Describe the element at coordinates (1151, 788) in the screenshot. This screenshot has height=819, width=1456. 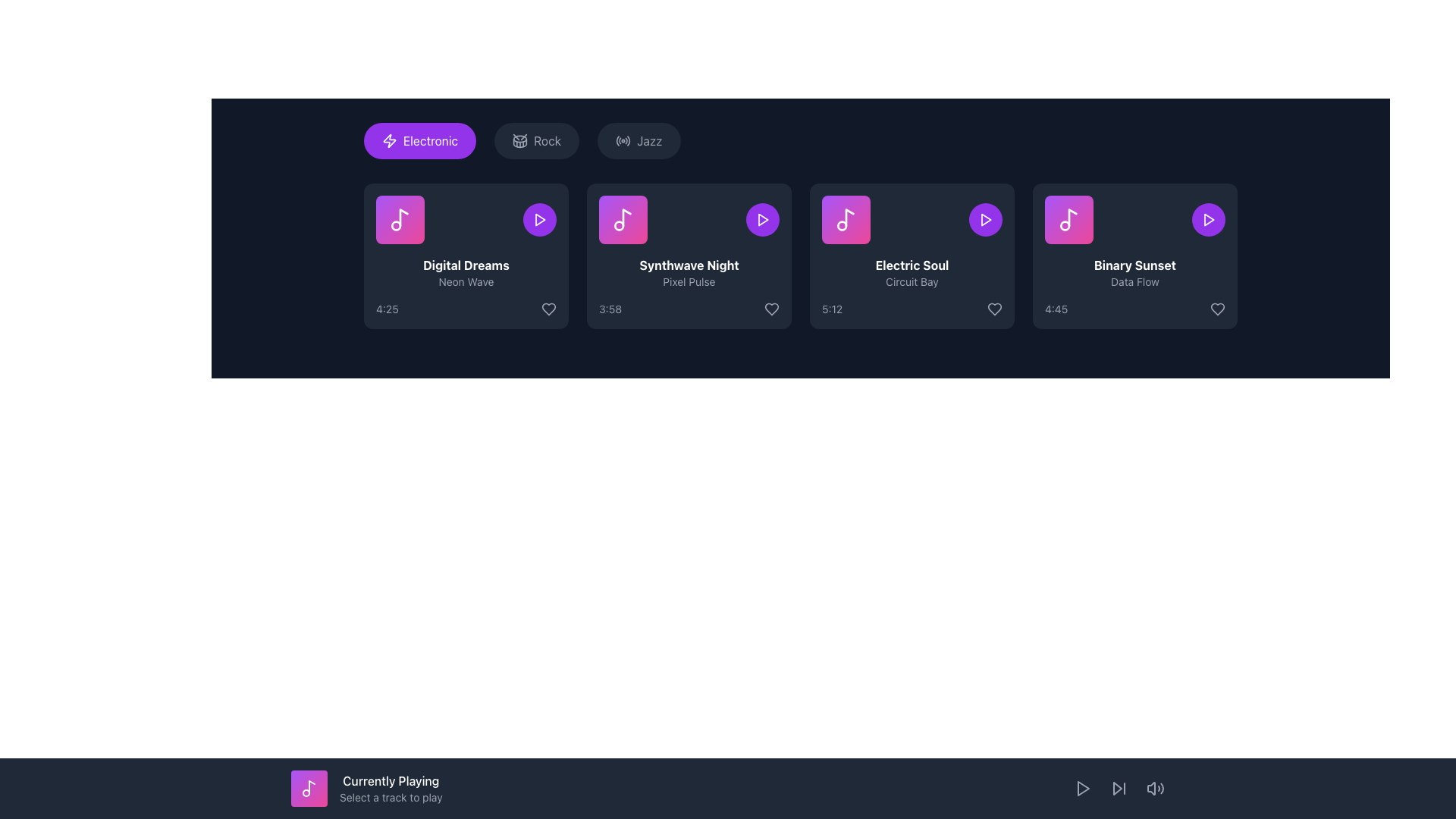
I see `the speaker icon segment, which is a triangular shape representing volume control, located at the bottom-right corner of the interface` at that location.